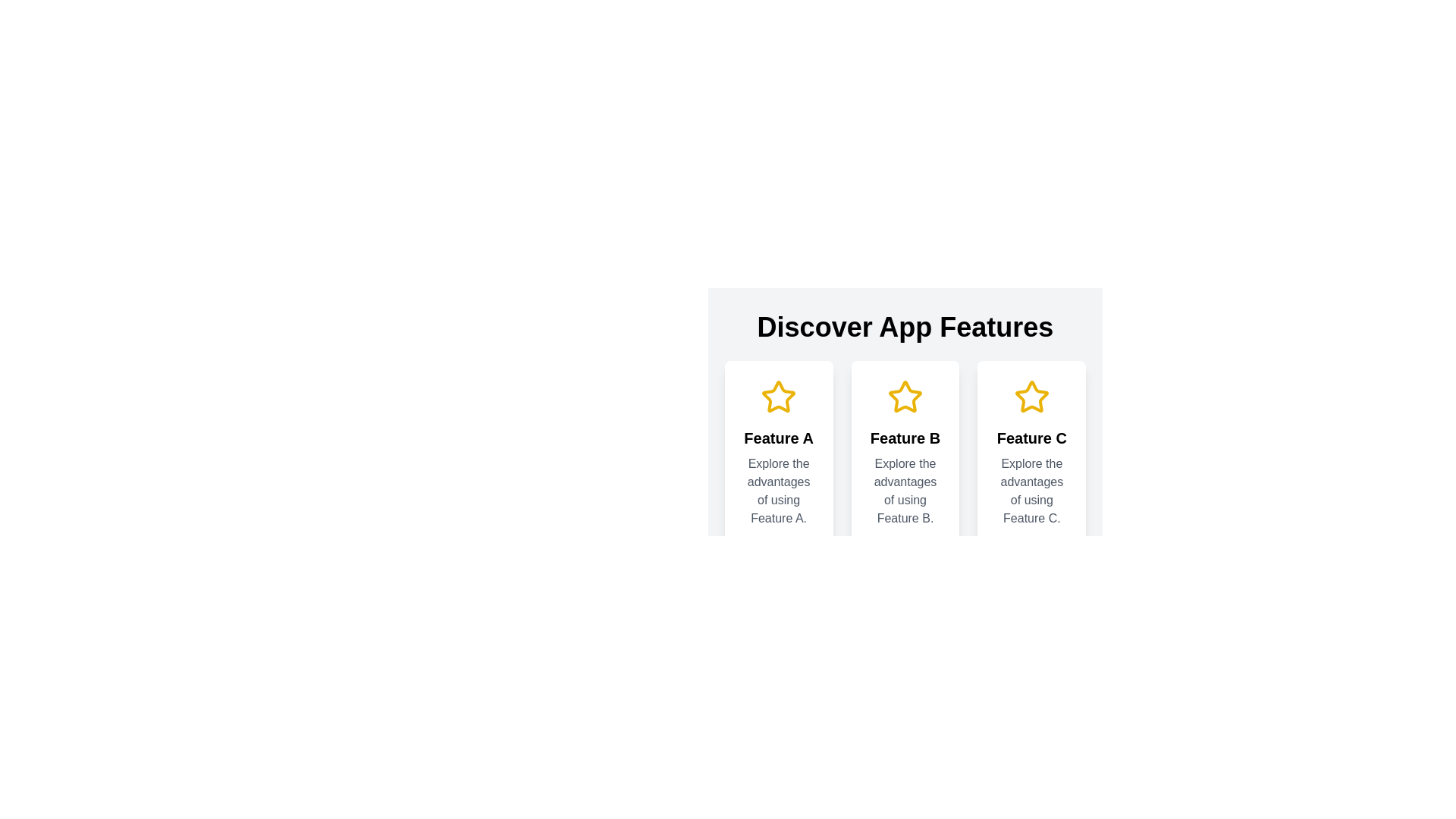  Describe the element at coordinates (905, 438) in the screenshot. I see `the text header displaying 'Feature B'` at that location.